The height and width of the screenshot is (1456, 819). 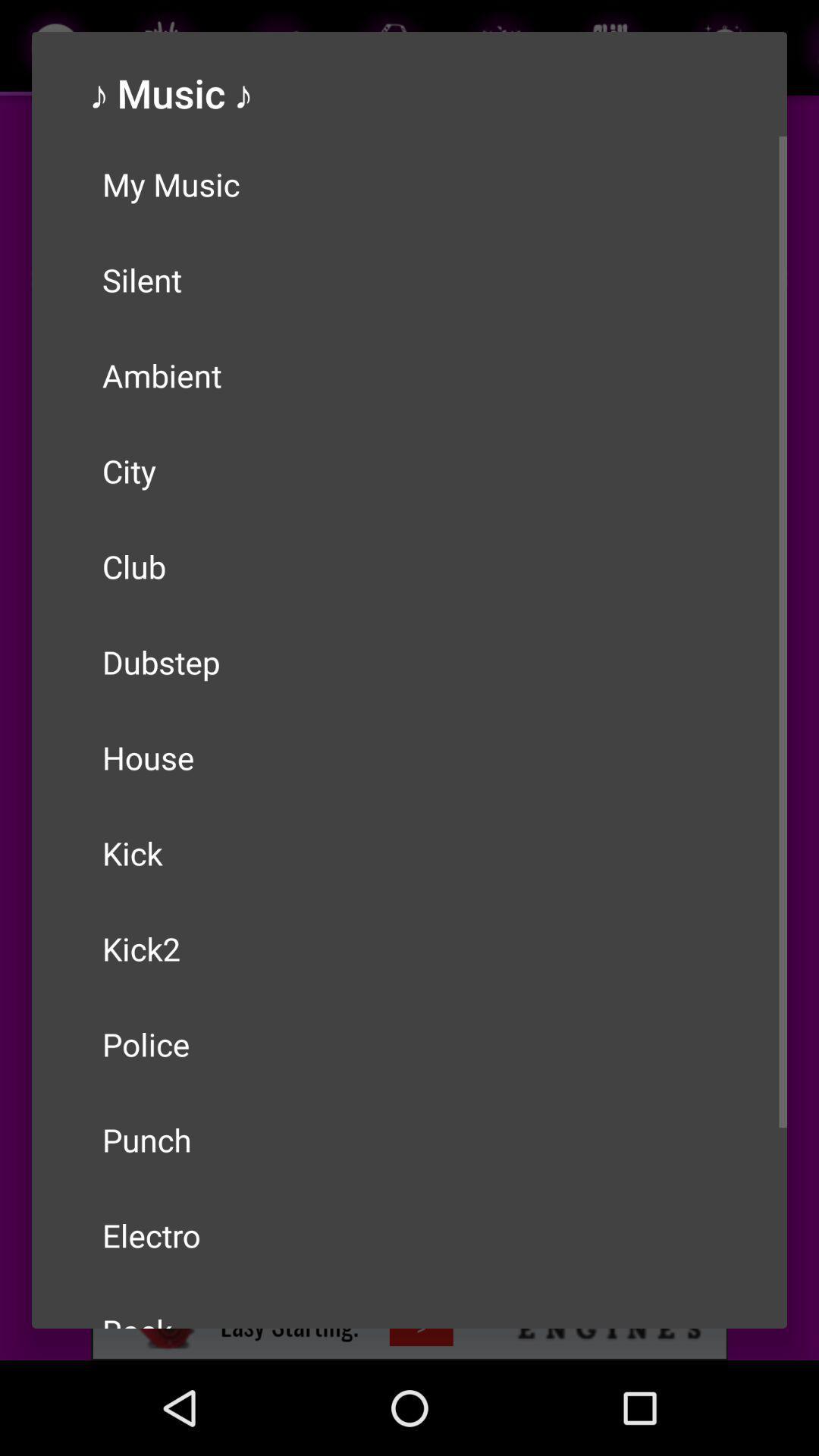 I want to click on kick, so click(x=409, y=852).